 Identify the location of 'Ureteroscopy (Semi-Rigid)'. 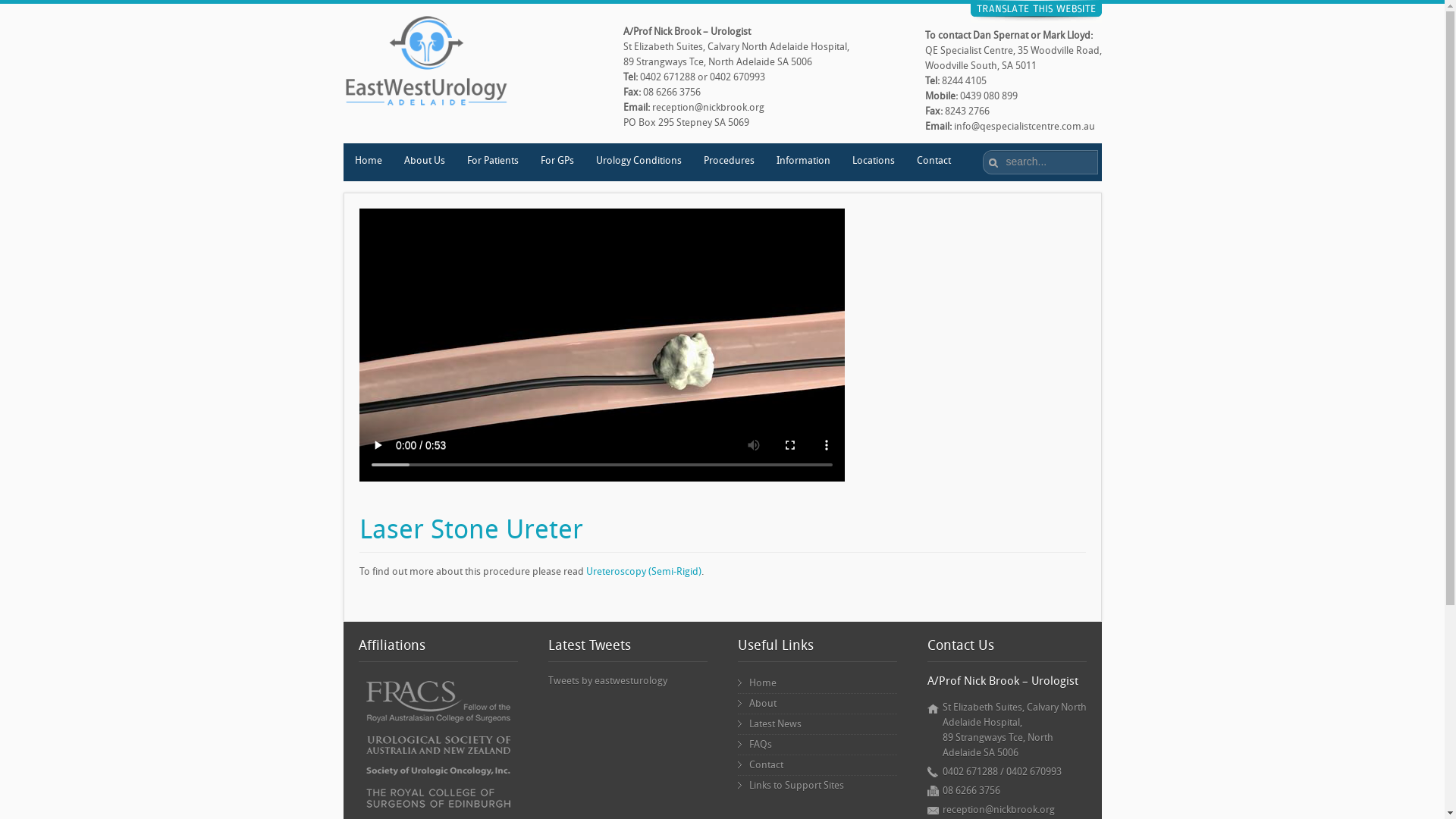
(643, 571).